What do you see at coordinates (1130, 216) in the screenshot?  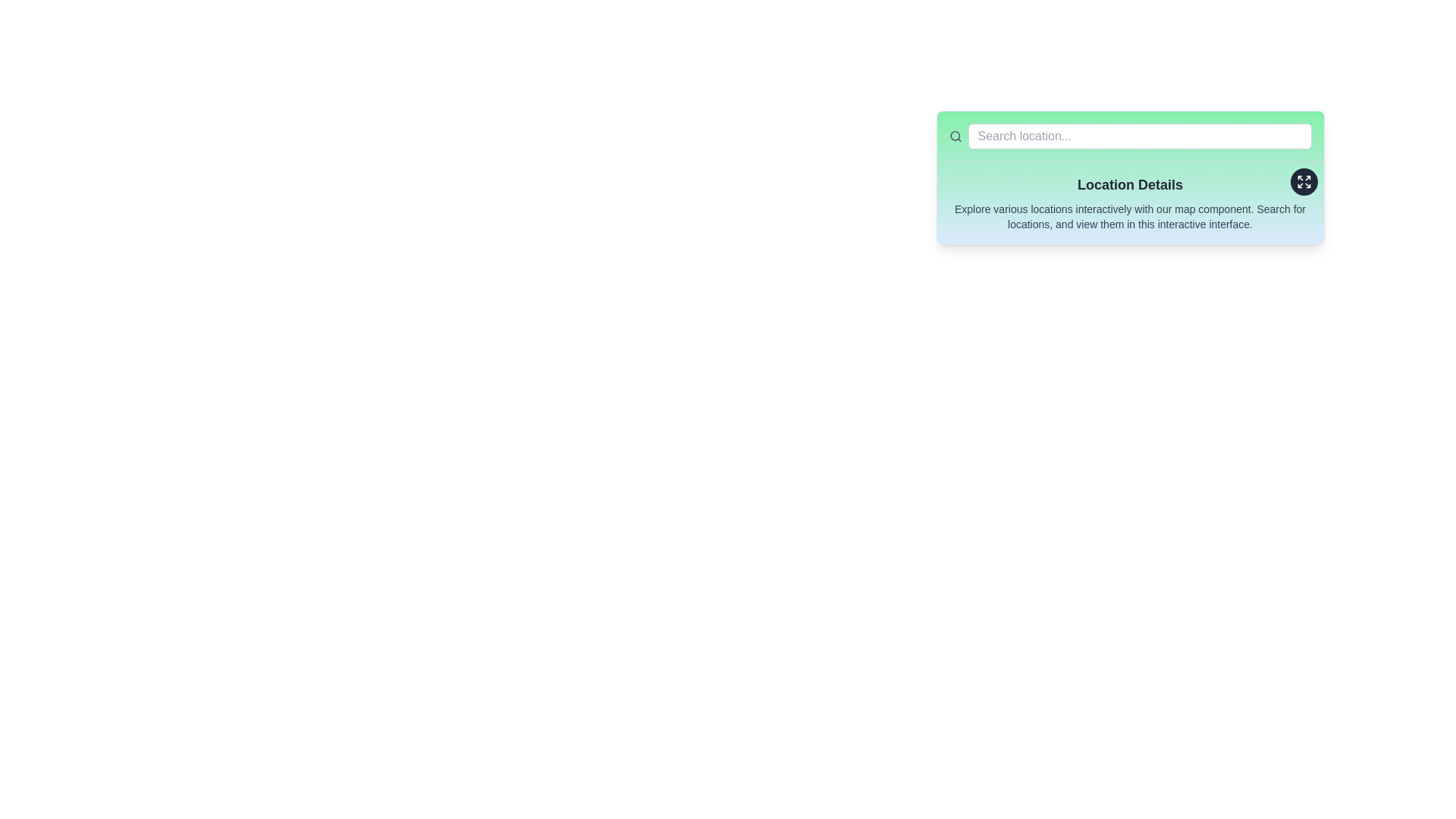 I see `descriptive text located in a small-sized gray font below the 'Location Details' heading, within a light green section of the interface` at bounding box center [1130, 216].